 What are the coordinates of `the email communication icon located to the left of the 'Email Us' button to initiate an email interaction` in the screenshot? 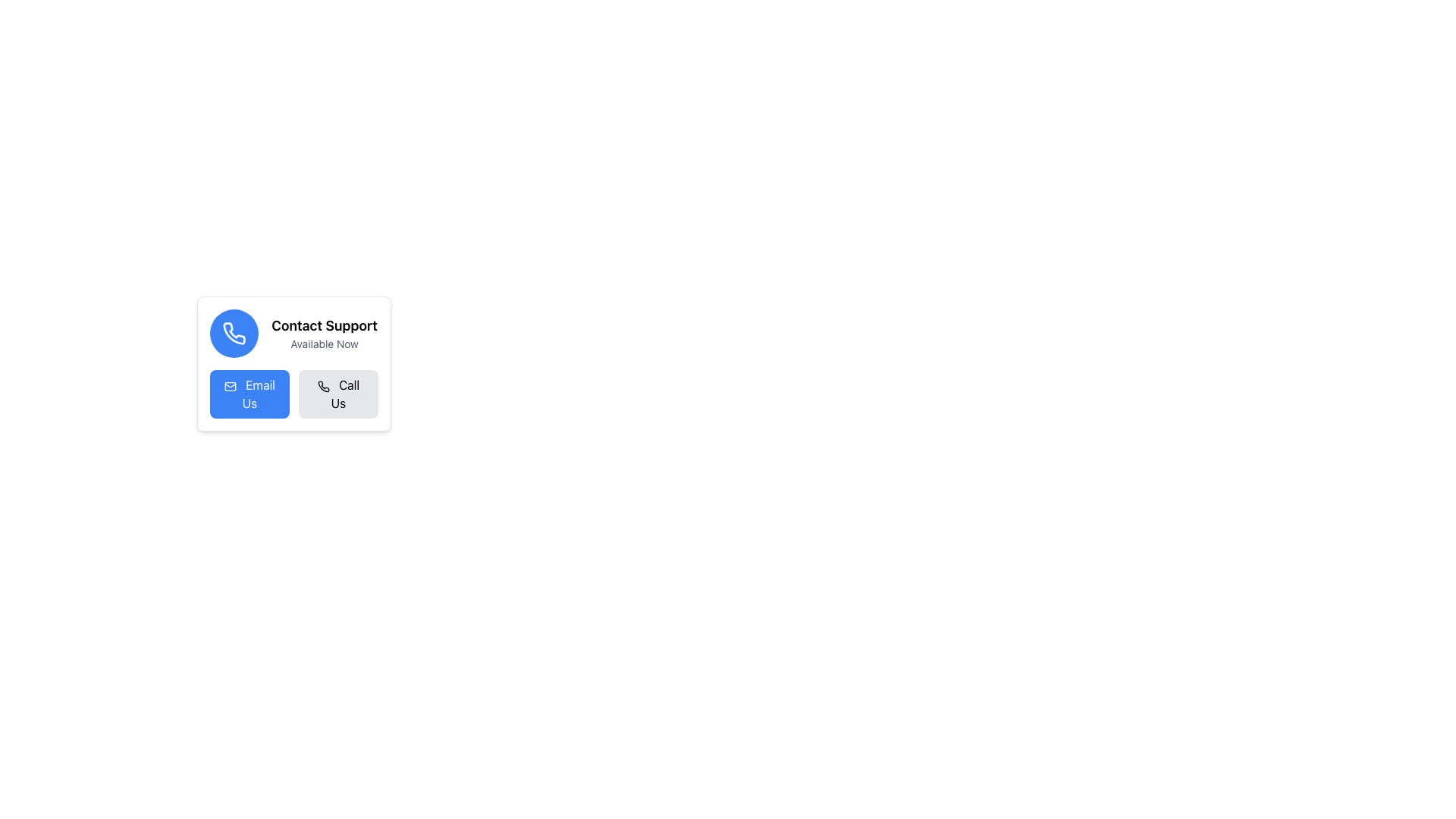 It's located at (229, 385).